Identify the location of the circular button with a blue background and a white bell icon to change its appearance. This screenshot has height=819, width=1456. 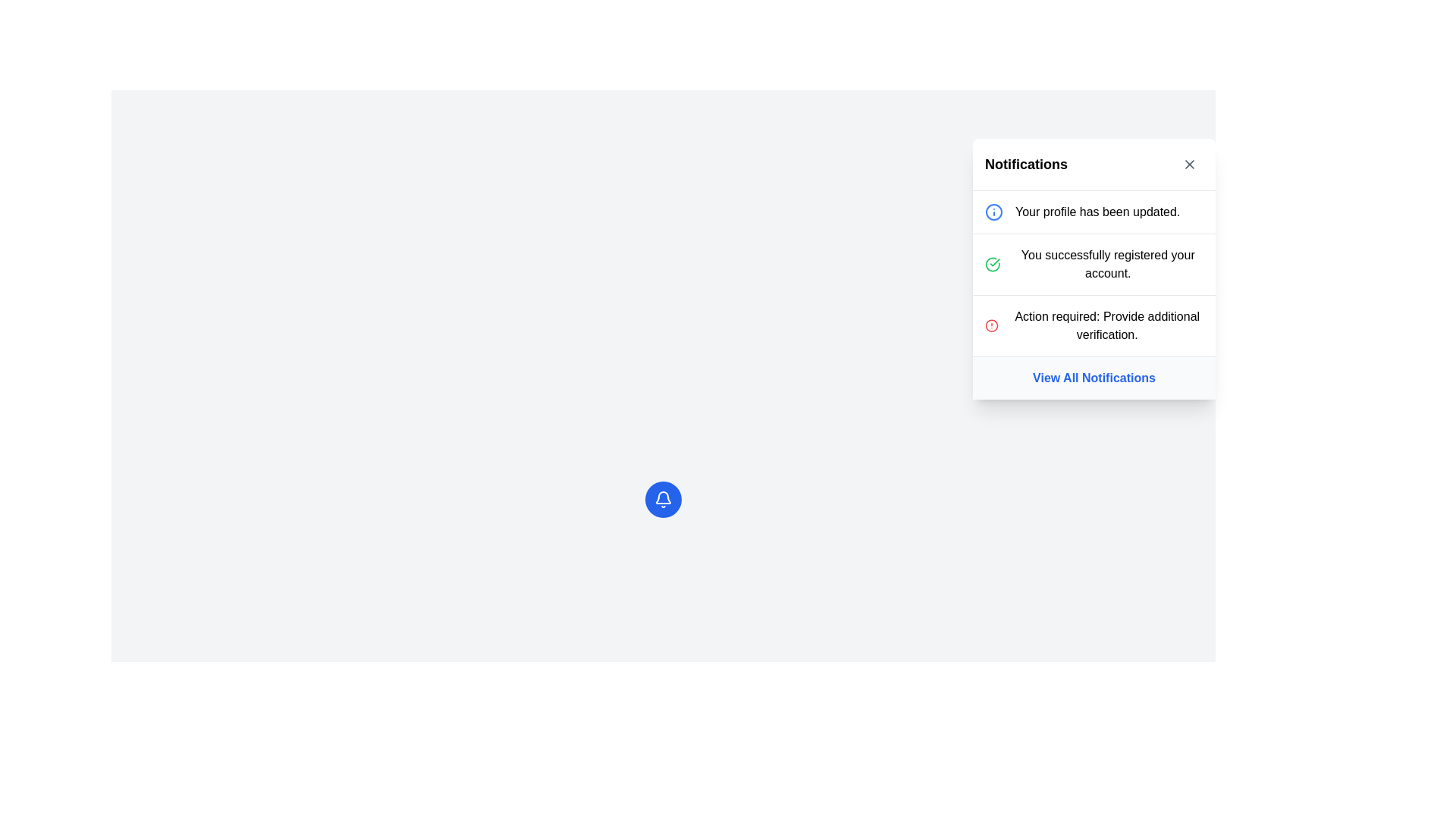
(663, 500).